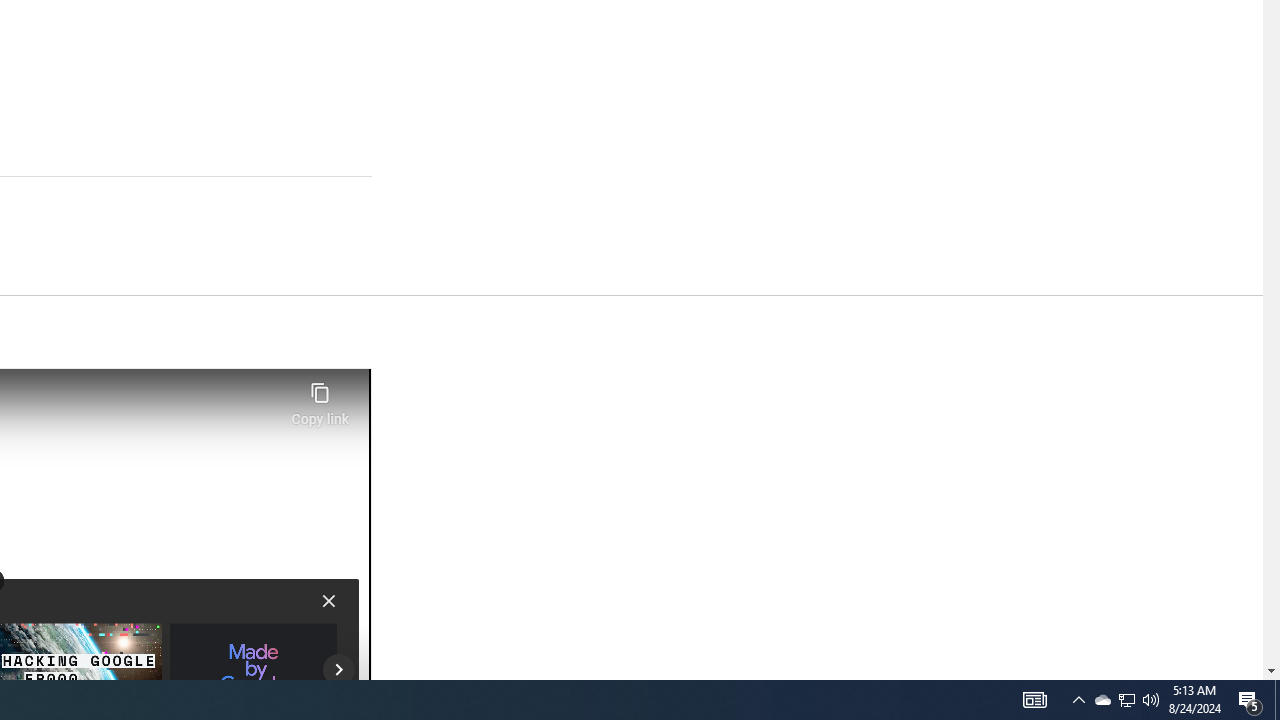 The image size is (1280, 720). Describe the element at coordinates (320, 398) in the screenshot. I see `'Copy link'` at that location.